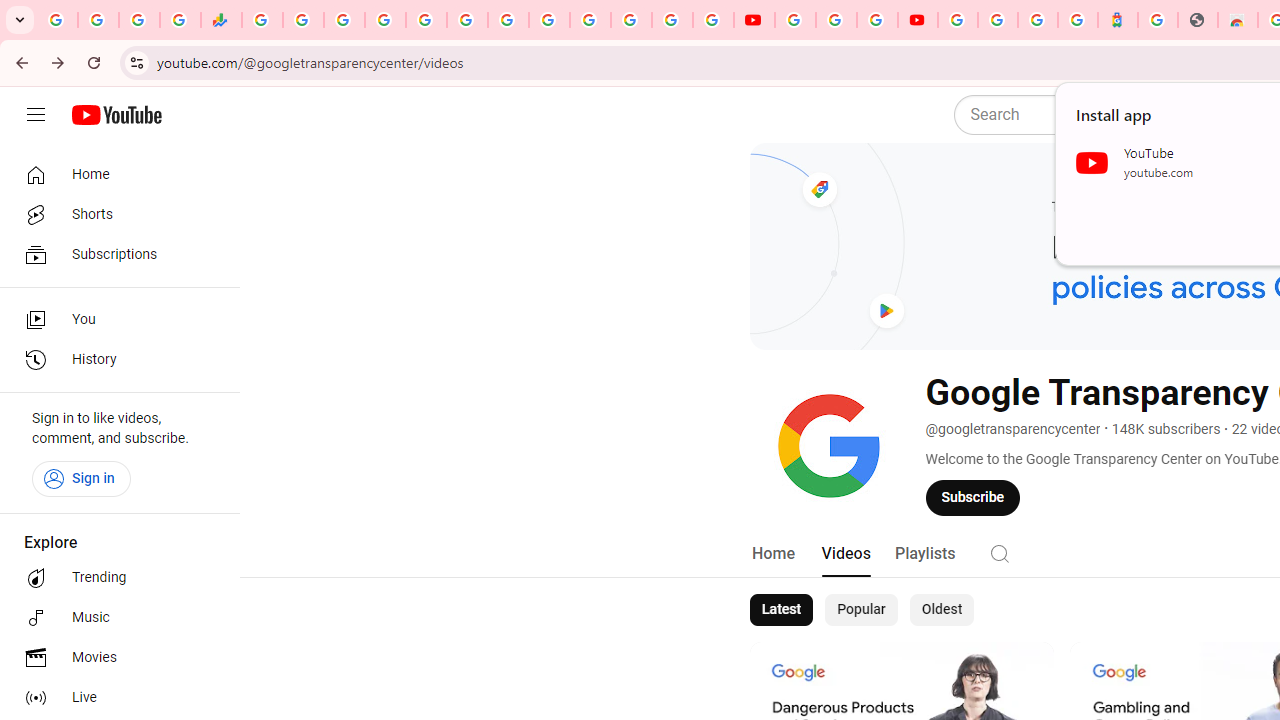 This screenshot has height=720, width=1280. What do you see at coordinates (115, 115) in the screenshot?
I see `'YouTube Home'` at bounding box center [115, 115].